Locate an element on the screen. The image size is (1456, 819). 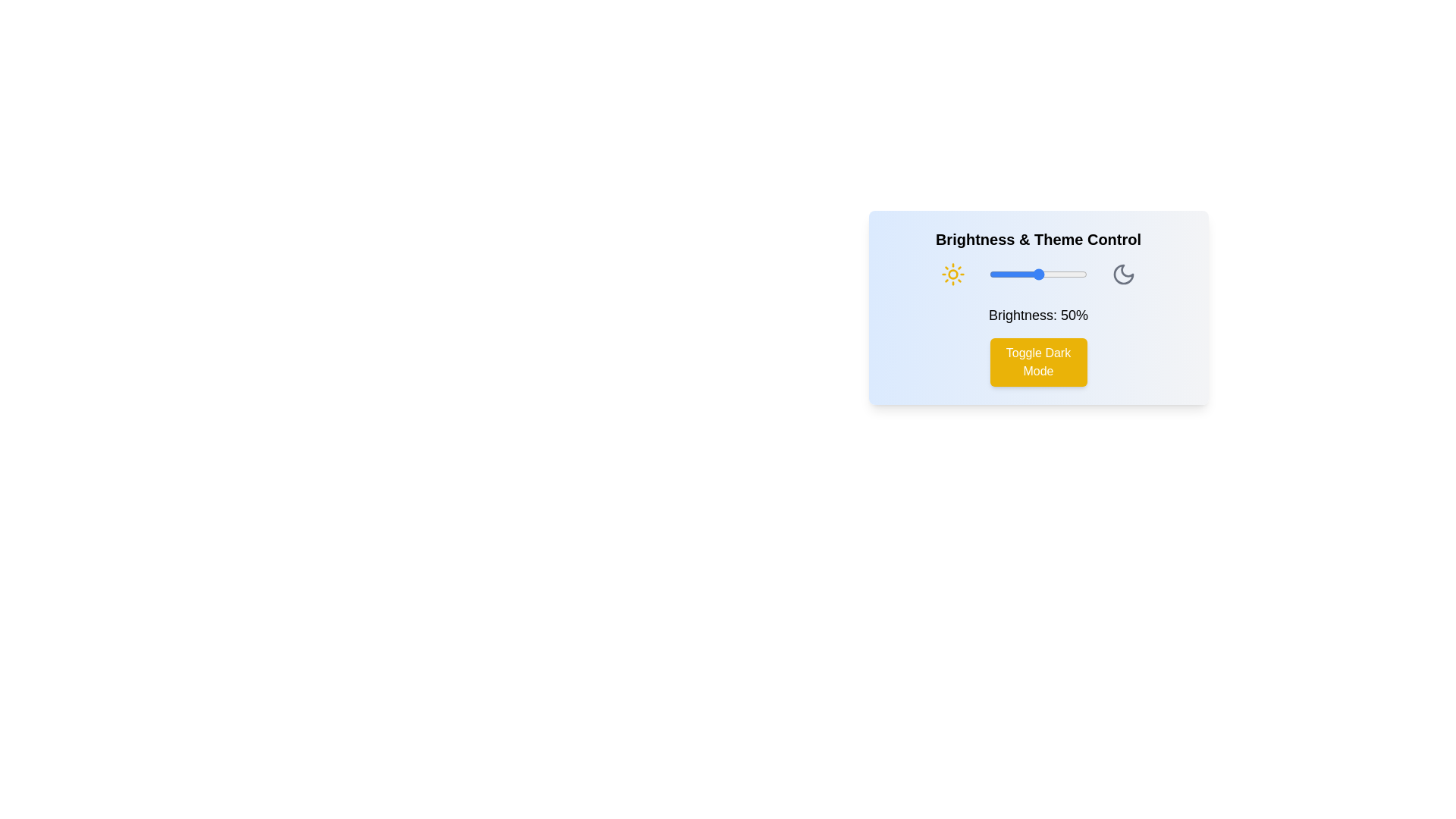
the brightness level to 72% by dragging the slider is located at coordinates (1059, 275).